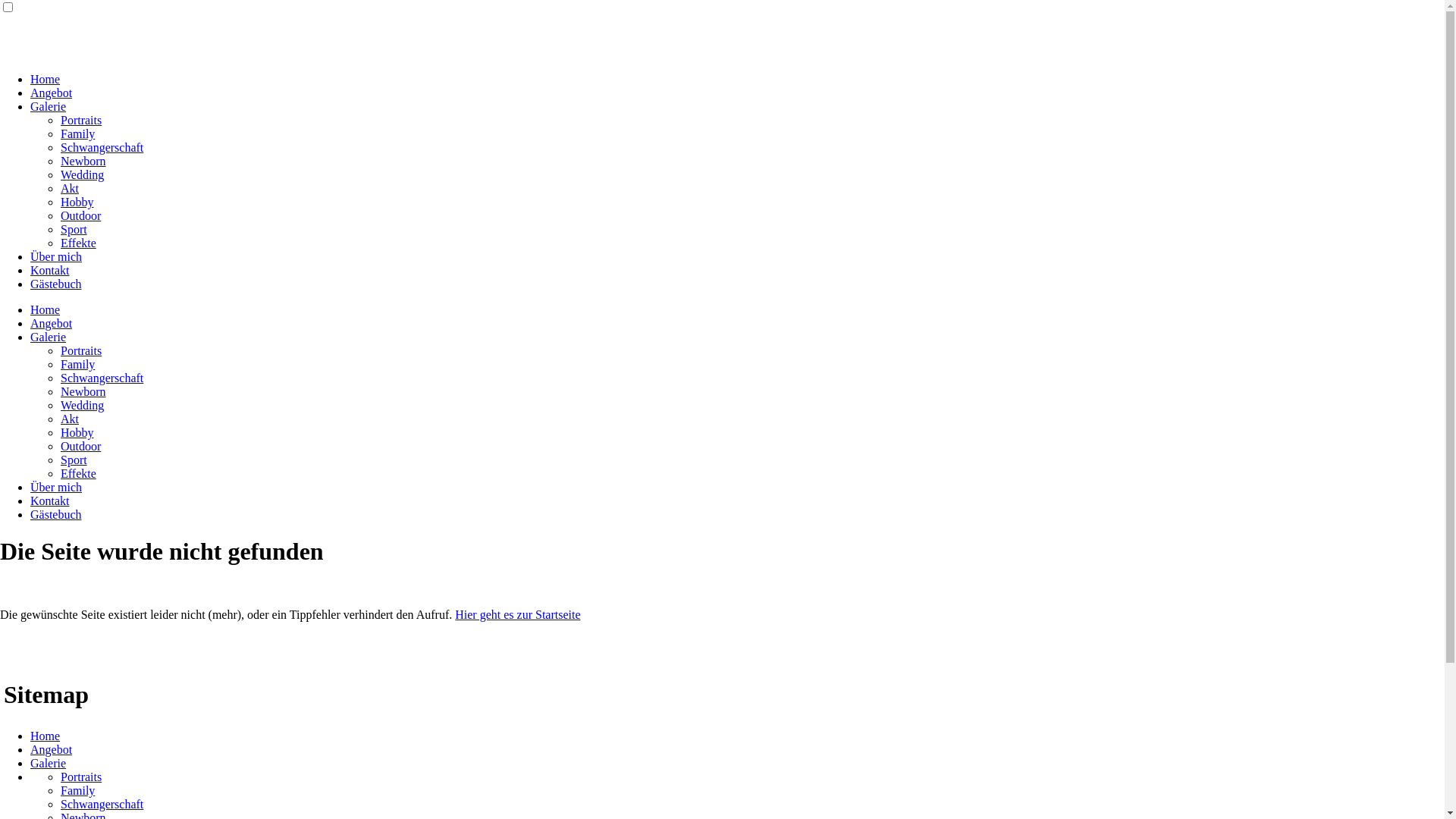 The height and width of the screenshot is (819, 1456). I want to click on 'Schwangerschaft', so click(101, 147).